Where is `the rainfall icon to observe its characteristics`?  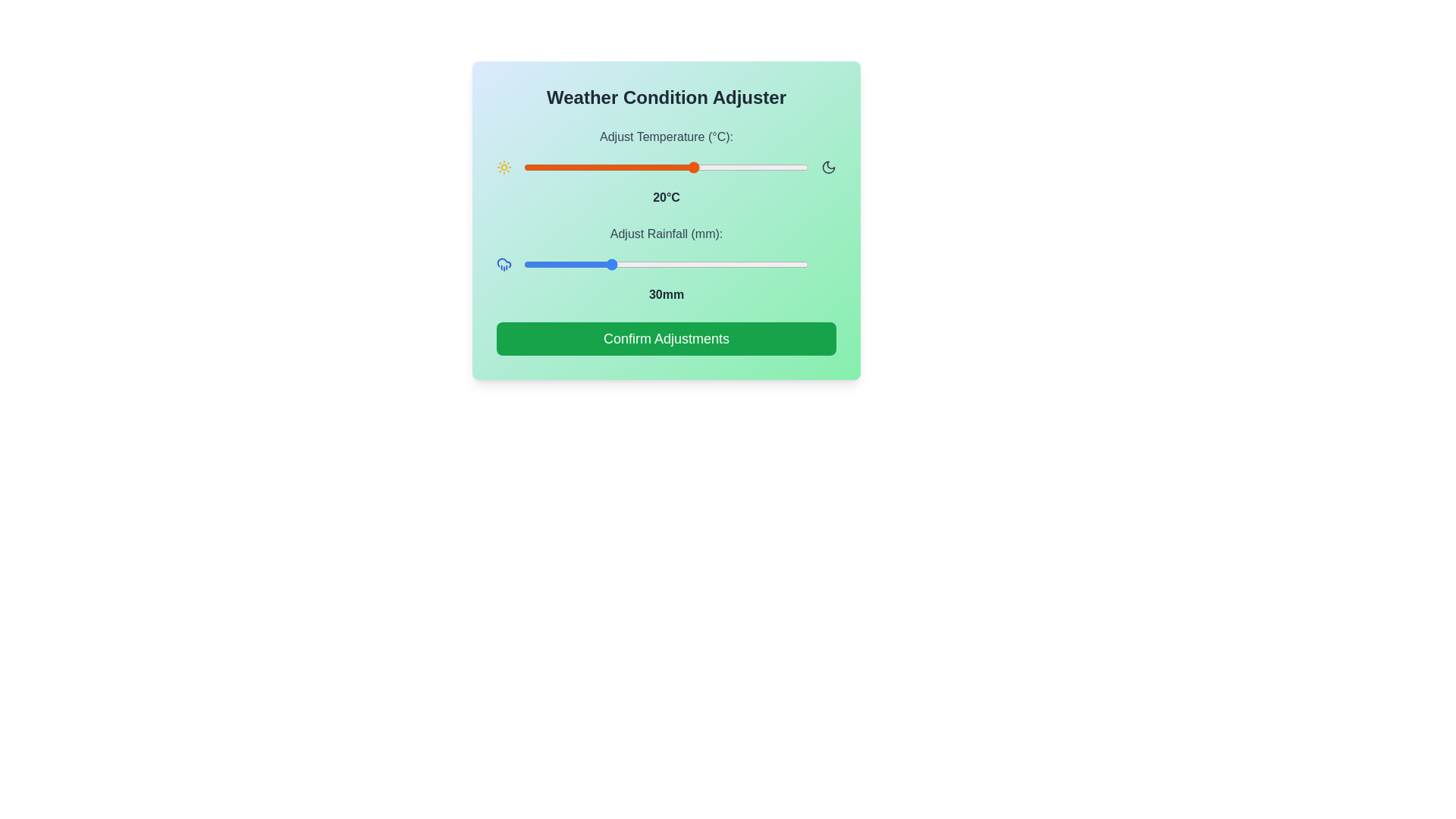 the rainfall icon to observe its characteristics is located at coordinates (504, 263).